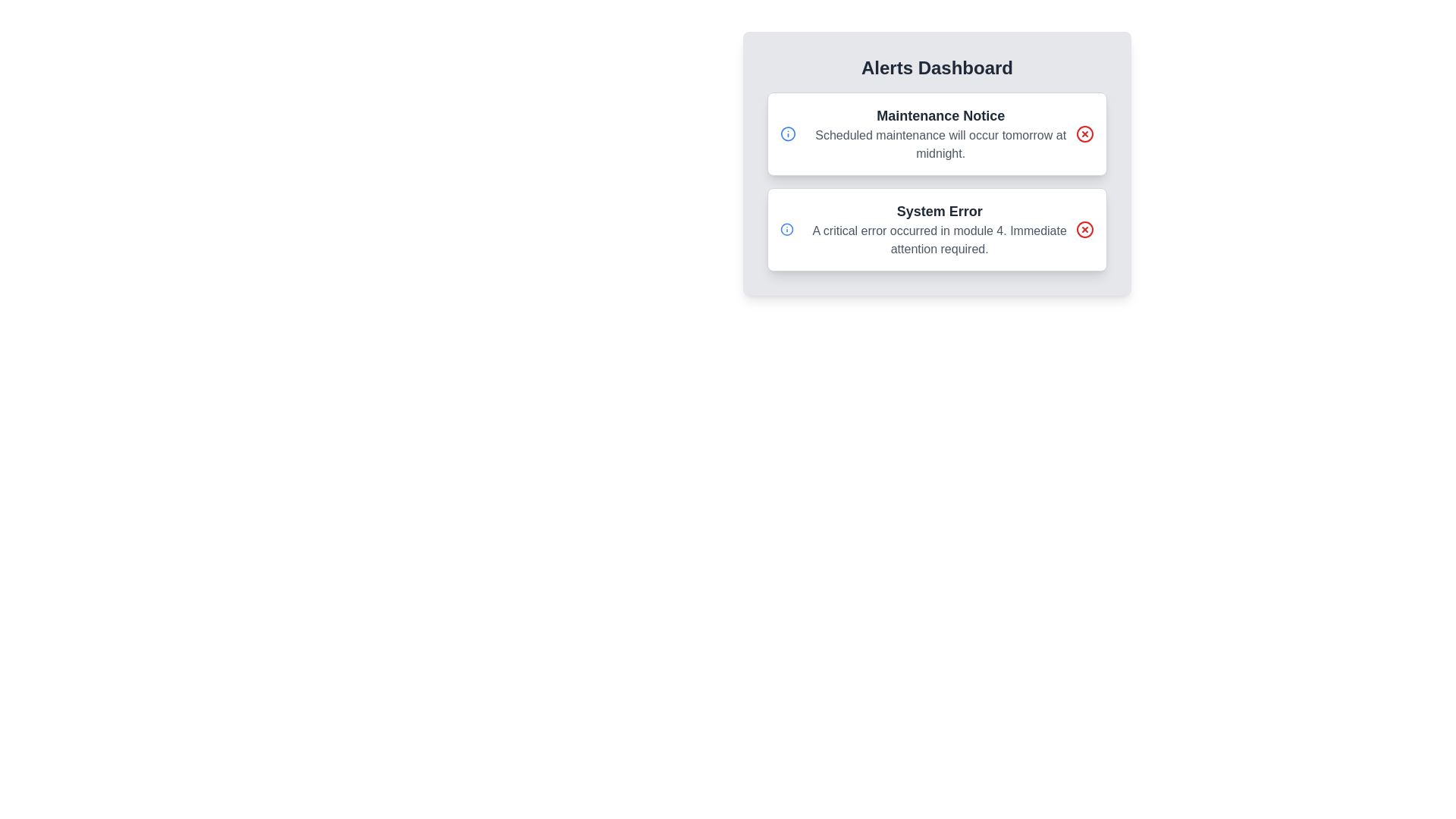 This screenshot has width=1456, height=819. I want to click on the second line of text that describes scheduled maintenance events on the 'Alerts Dashboard' interface, which is located centrally in the uppermost card below the title 'Maintenance Notice', so click(940, 145).